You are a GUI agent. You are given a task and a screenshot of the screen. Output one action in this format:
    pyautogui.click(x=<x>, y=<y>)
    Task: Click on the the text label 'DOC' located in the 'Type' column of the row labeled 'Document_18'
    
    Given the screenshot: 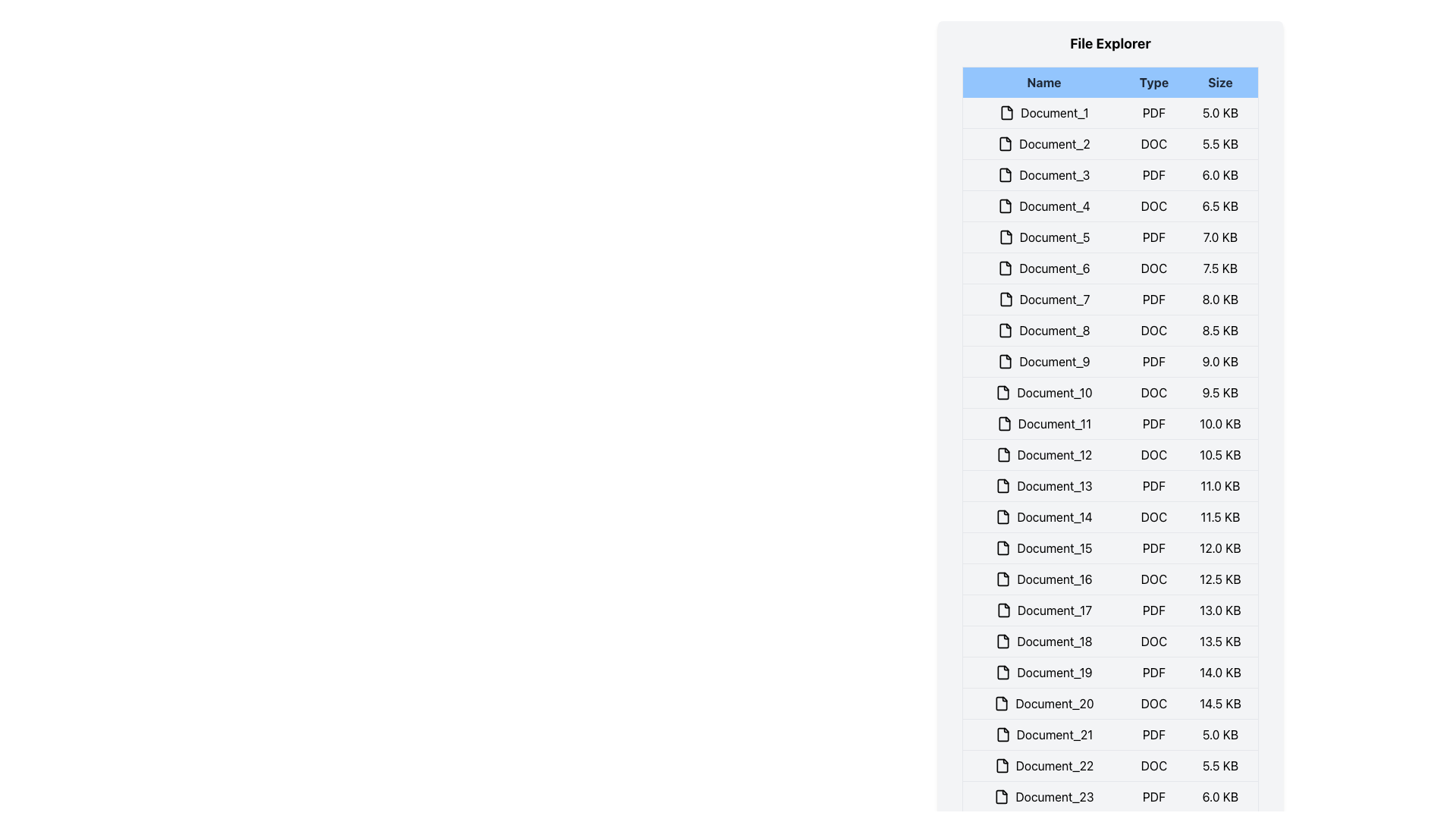 What is the action you would take?
    pyautogui.click(x=1153, y=641)
    